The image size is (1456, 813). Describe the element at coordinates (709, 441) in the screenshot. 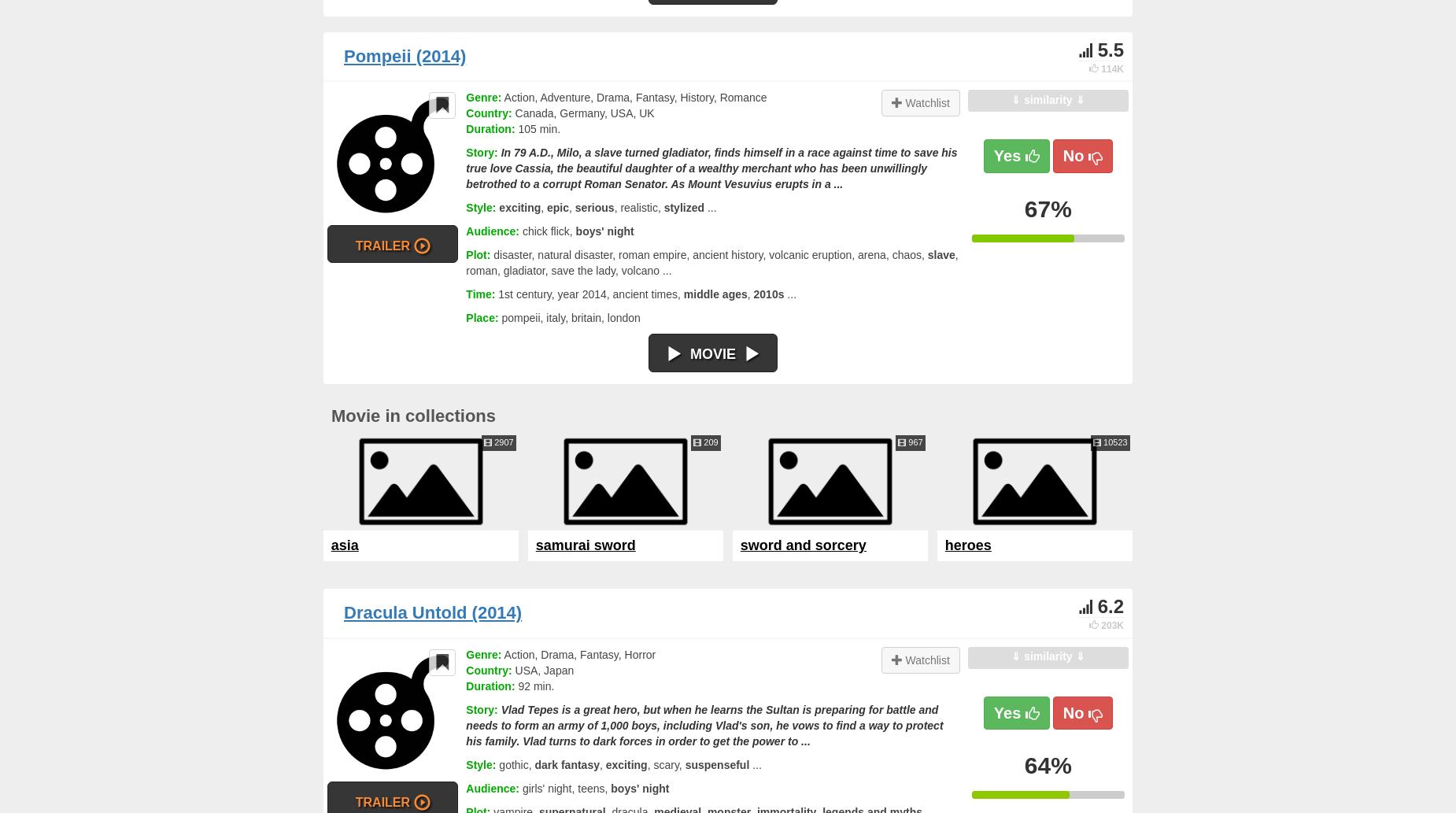

I see `'209'` at that location.